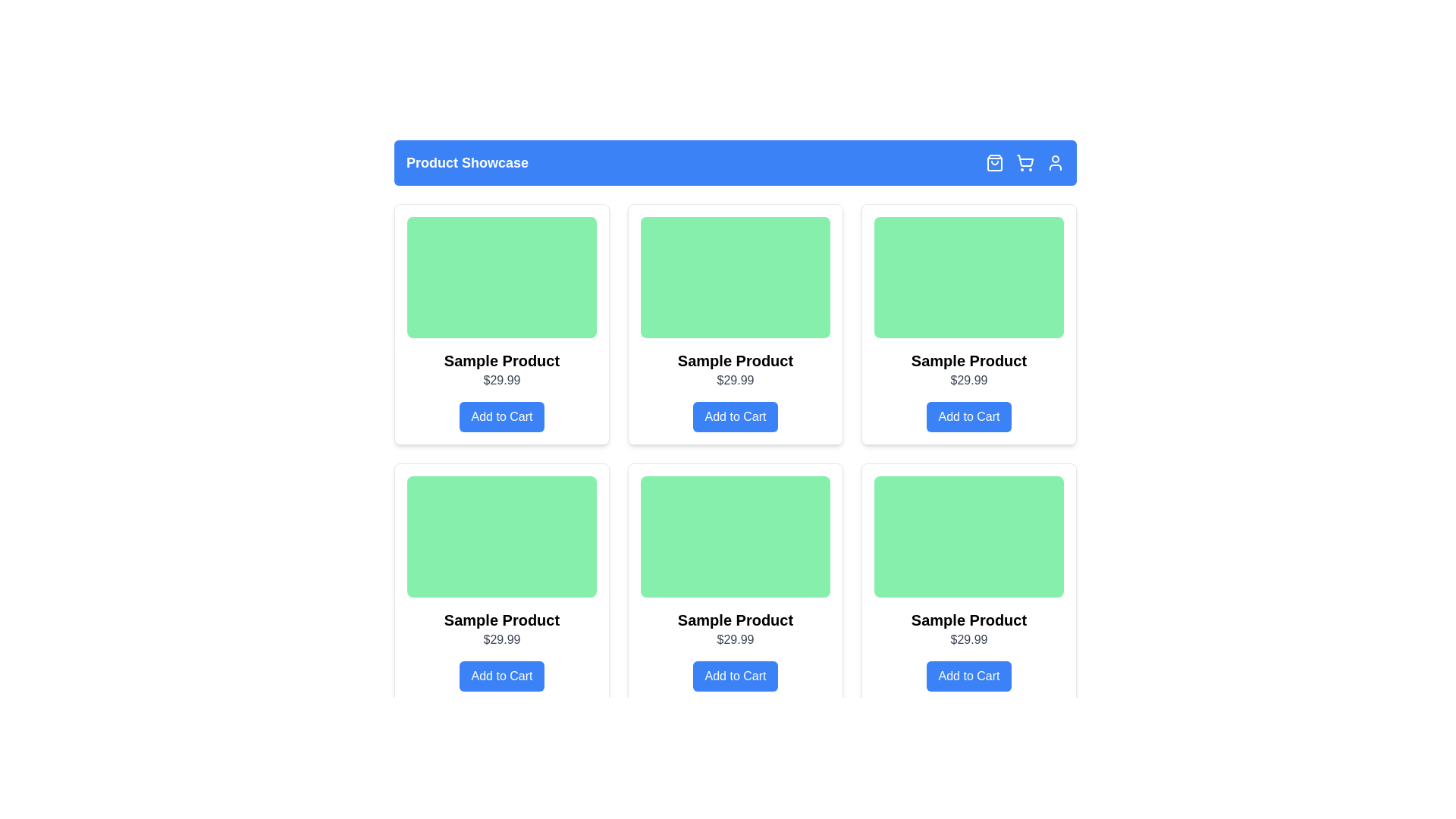 The height and width of the screenshot is (819, 1456). I want to click on the Static Content element that serves as a visual representation or placeholder for a product image, located in the second column of the first row of product items, so click(968, 278).